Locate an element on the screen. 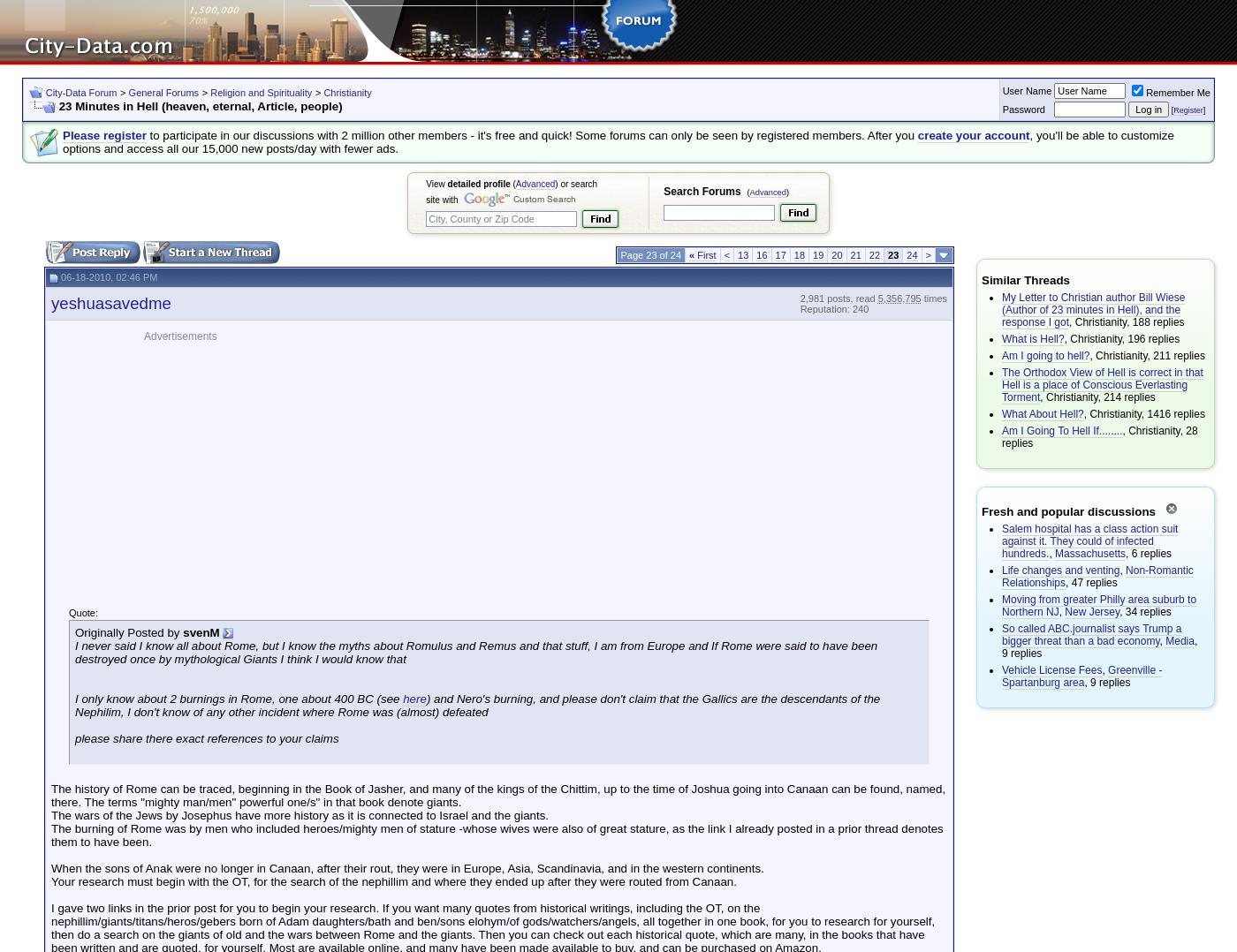  'The wars of the Jews by Josephus have more history as it is connected to Israel and the giants.' is located at coordinates (300, 814).